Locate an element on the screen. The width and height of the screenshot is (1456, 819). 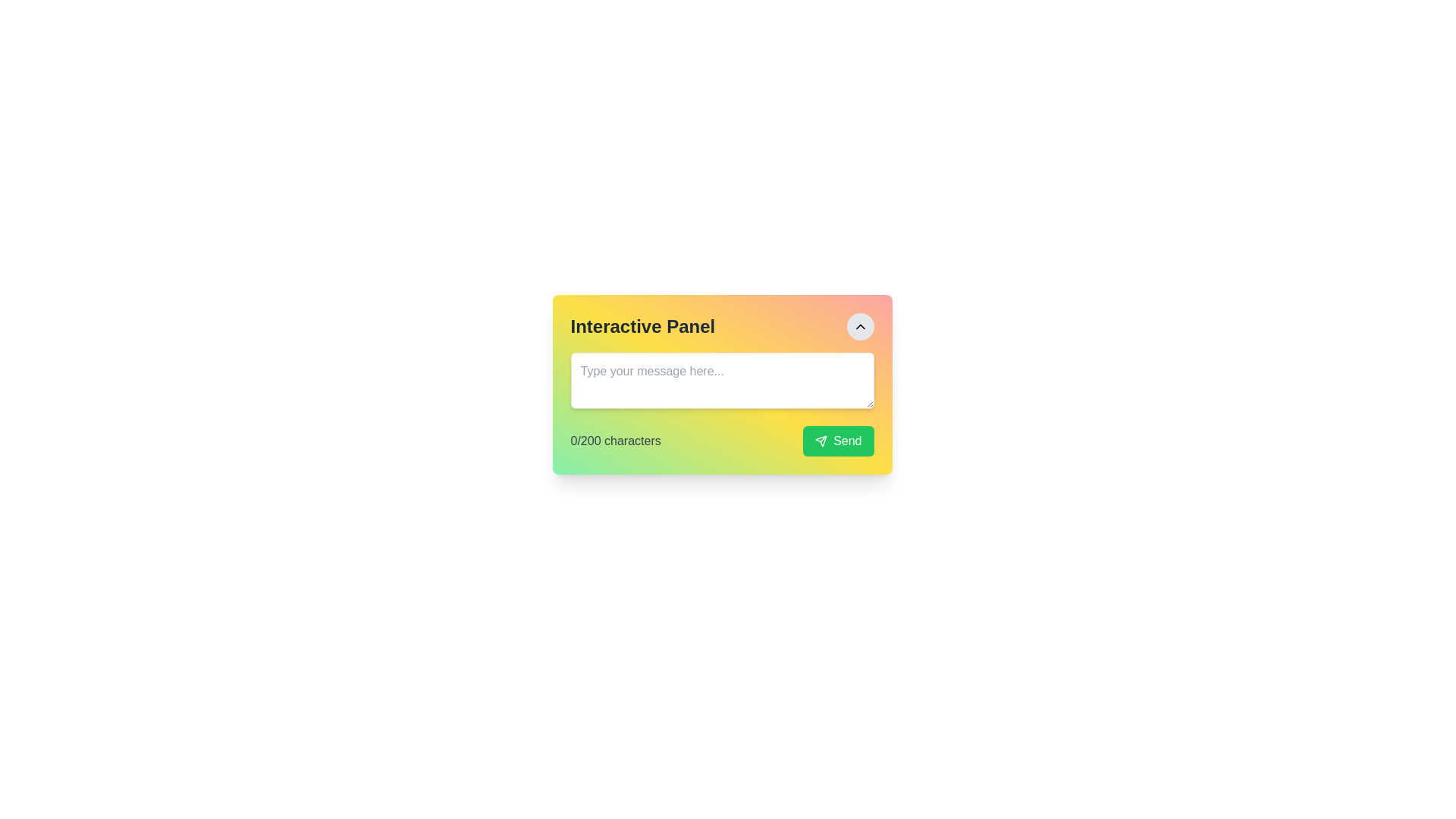
the button located at the bottom-right corner of the panel is located at coordinates (837, 441).